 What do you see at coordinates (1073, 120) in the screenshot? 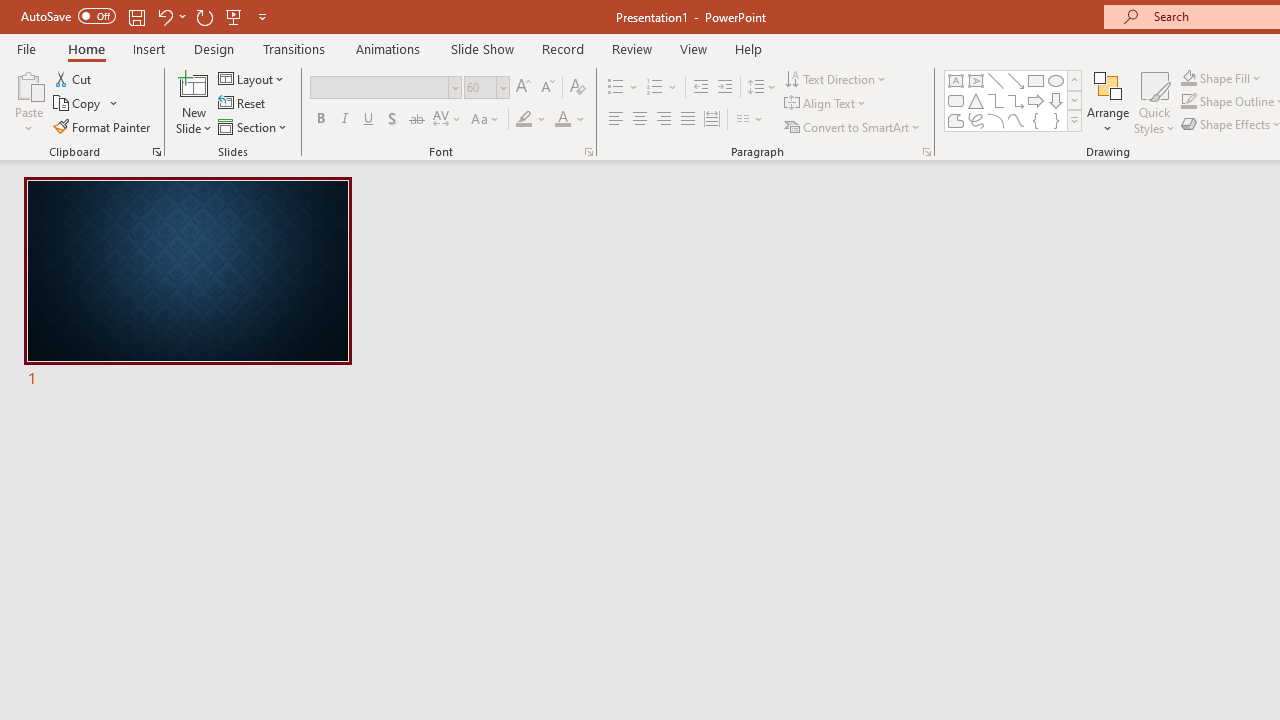
I see `'Shapes'` at bounding box center [1073, 120].